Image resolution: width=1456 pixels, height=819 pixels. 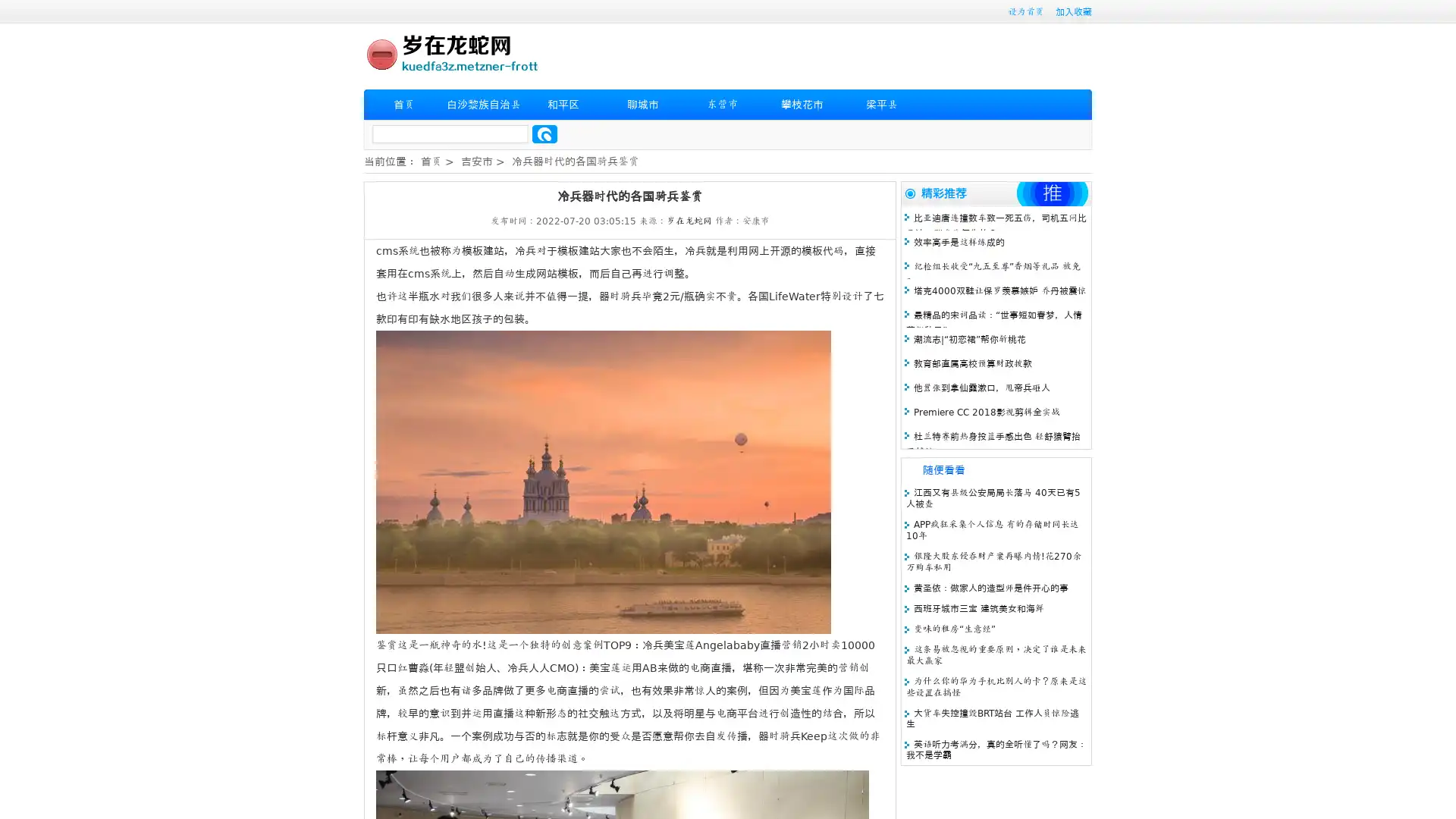 I want to click on Search, so click(x=544, y=133).